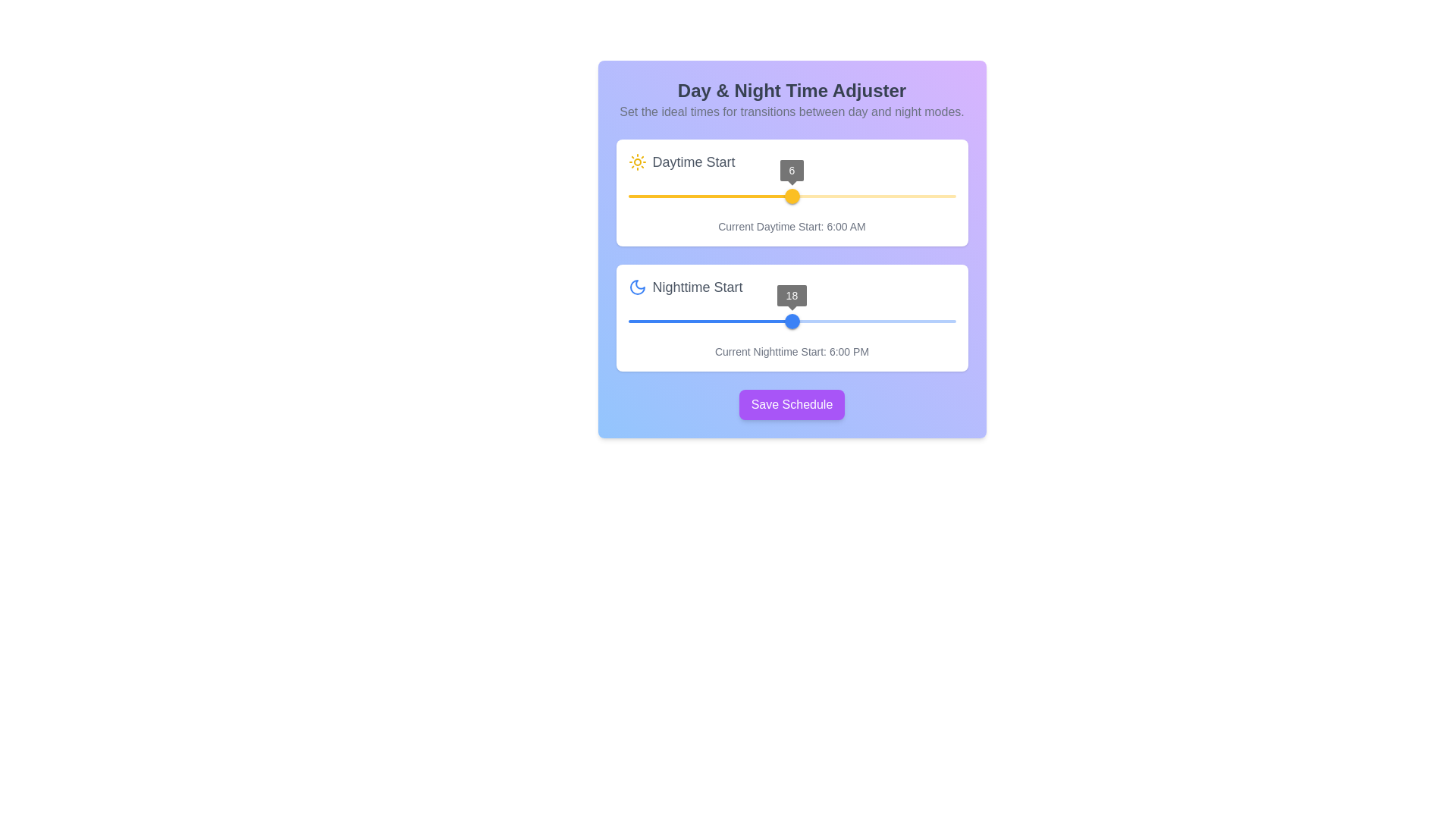 The height and width of the screenshot is (819, 1456). Describe the element at coordinates (637, 287) in the screenshot. I see `the nighttime settings icon, which is an SVG graphic located to the left of the 'Nighttime Start' label` at that location.